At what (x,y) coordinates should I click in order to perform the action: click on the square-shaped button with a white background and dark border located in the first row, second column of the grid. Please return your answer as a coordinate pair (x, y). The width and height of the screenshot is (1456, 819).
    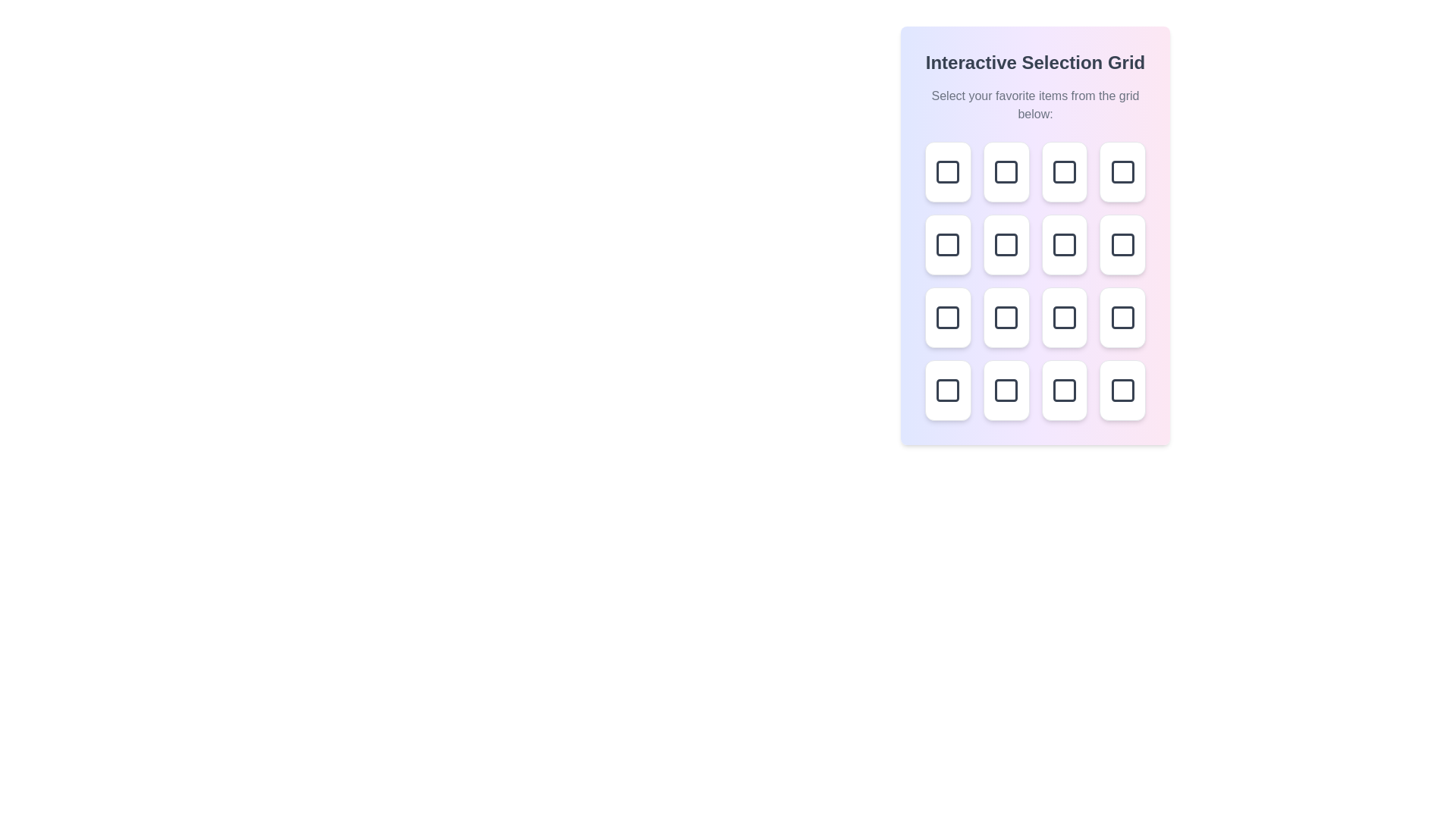
    Looking at the image, I should click on (1006, 171).